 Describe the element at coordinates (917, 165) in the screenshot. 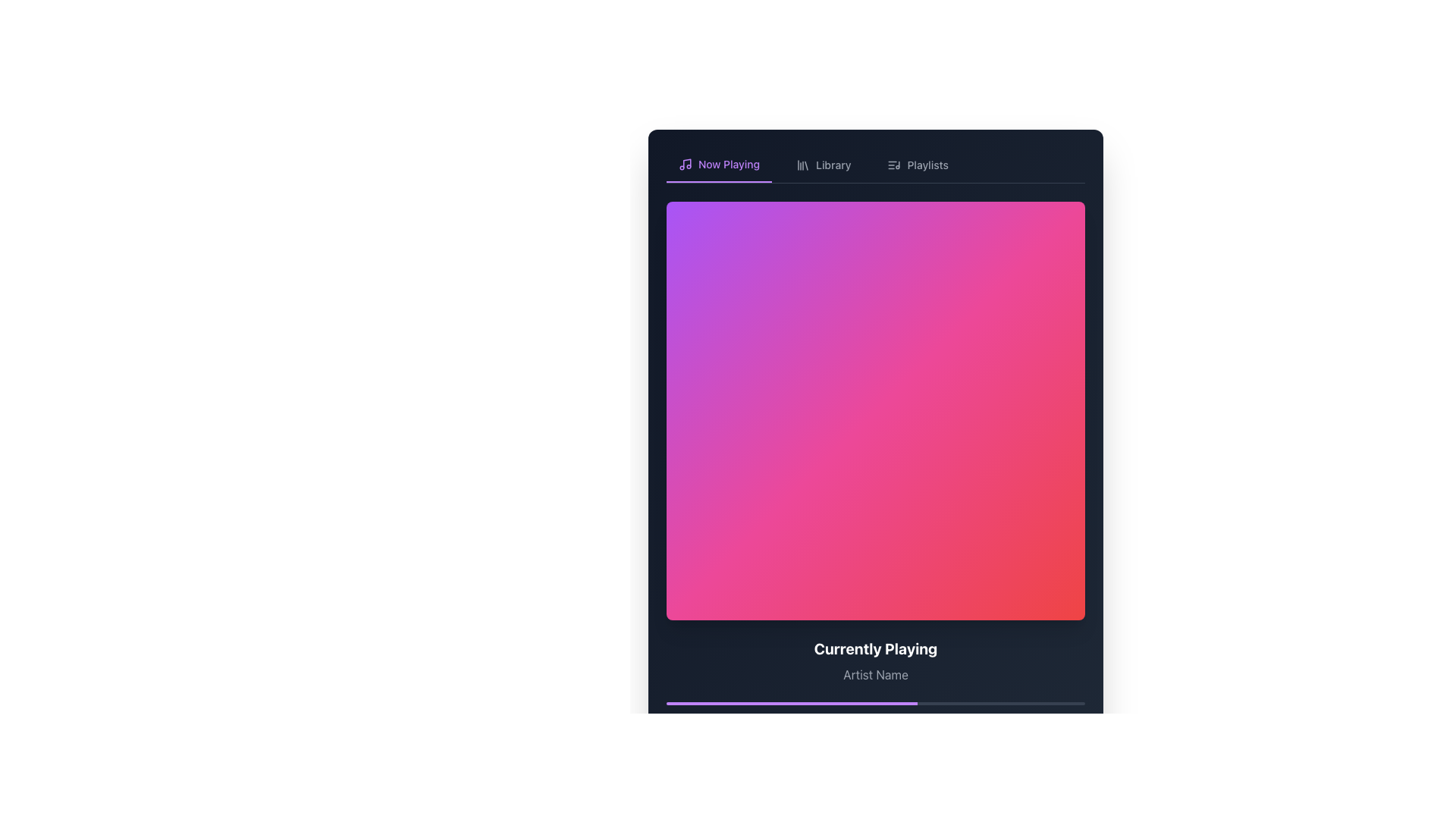

I see `the third Text-label menu item with an icon` at that location.